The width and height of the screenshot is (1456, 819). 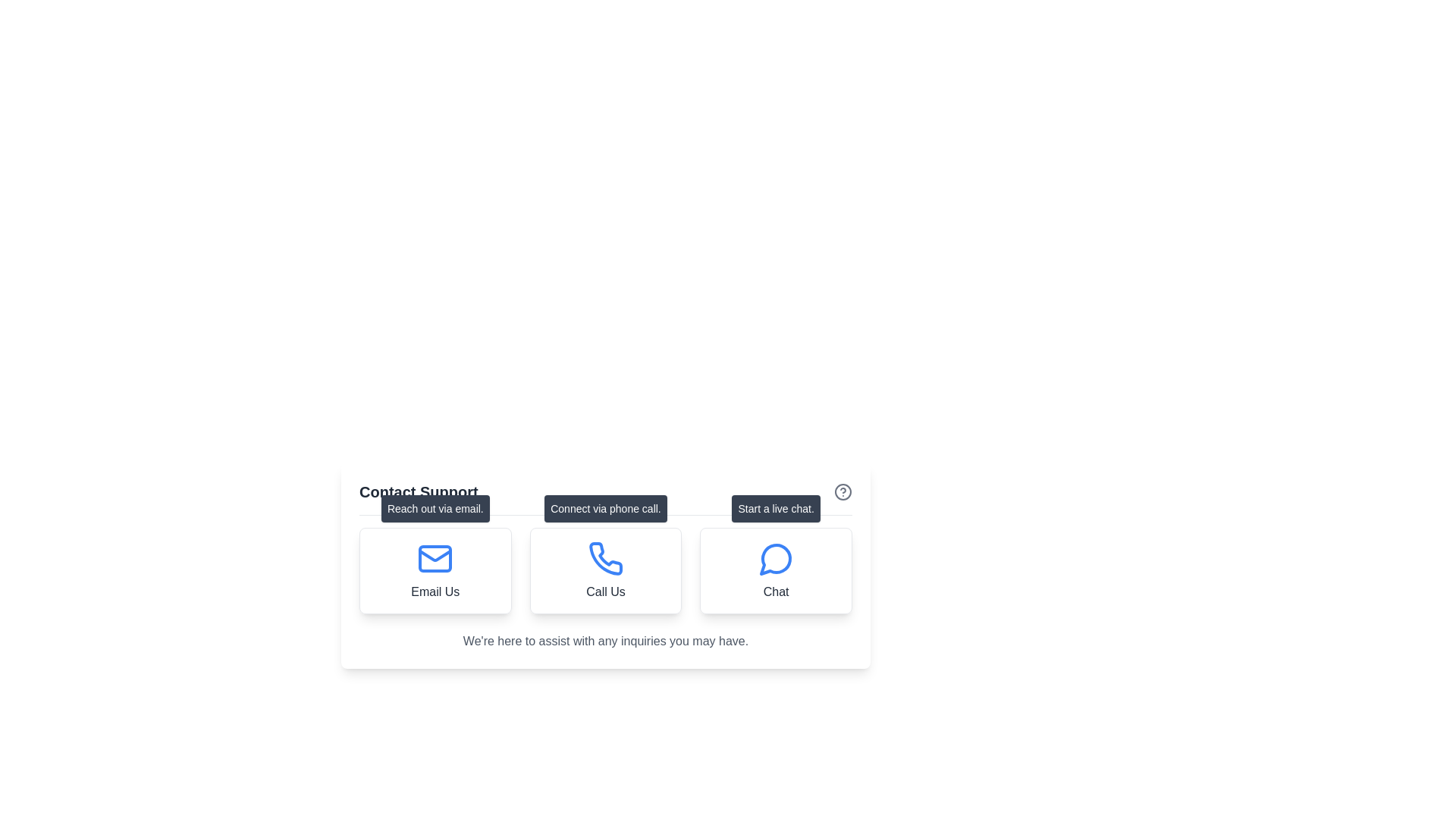 I want to click on the SVG rectangle with rounded corners that represents the envelope's flap within the 'Email Us' button, styled with a blue outline, so click(x=435, y=558).